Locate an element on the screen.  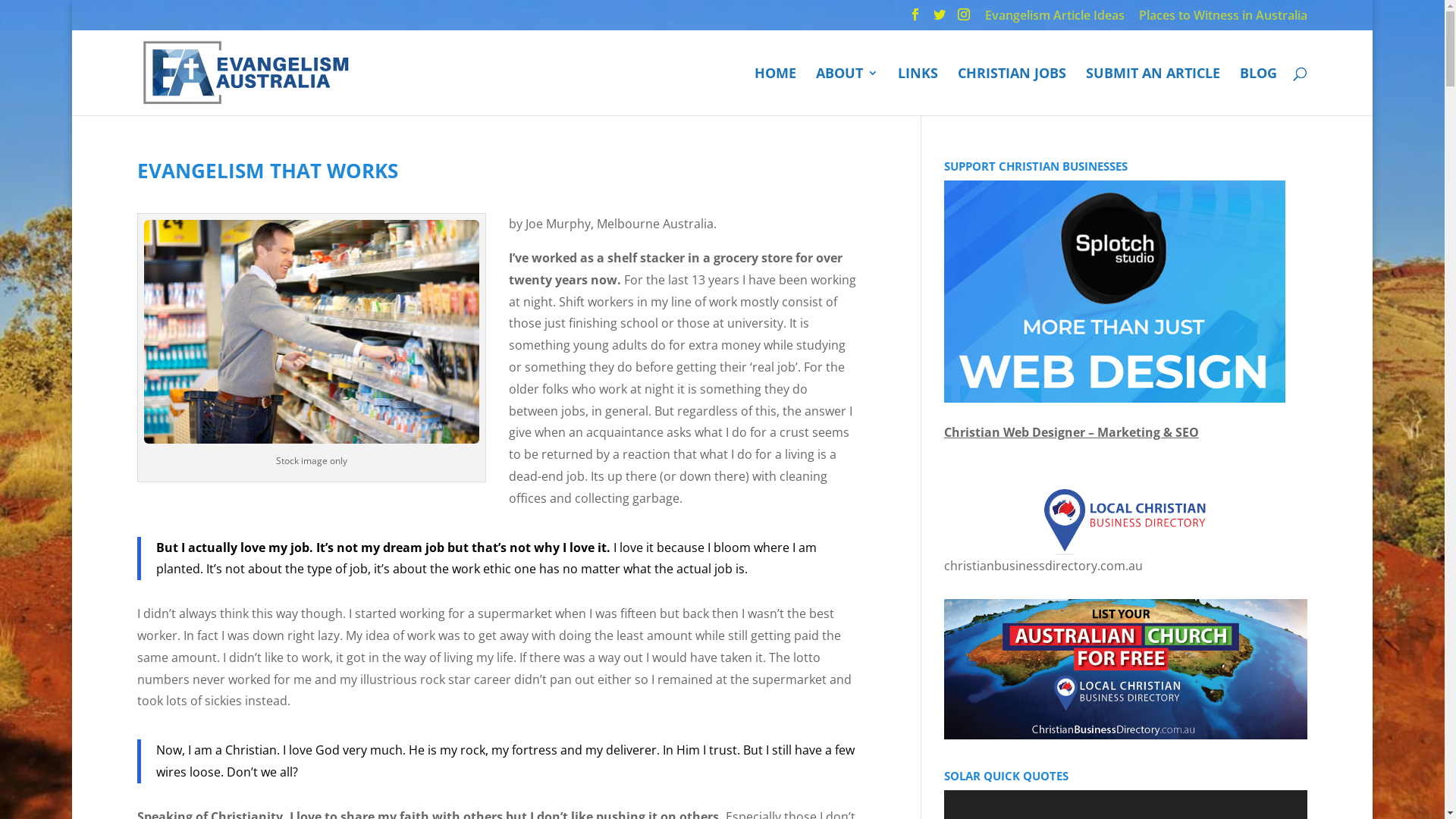
'CHRISTIAN JOBS' is located at coordinates (1012, 91).